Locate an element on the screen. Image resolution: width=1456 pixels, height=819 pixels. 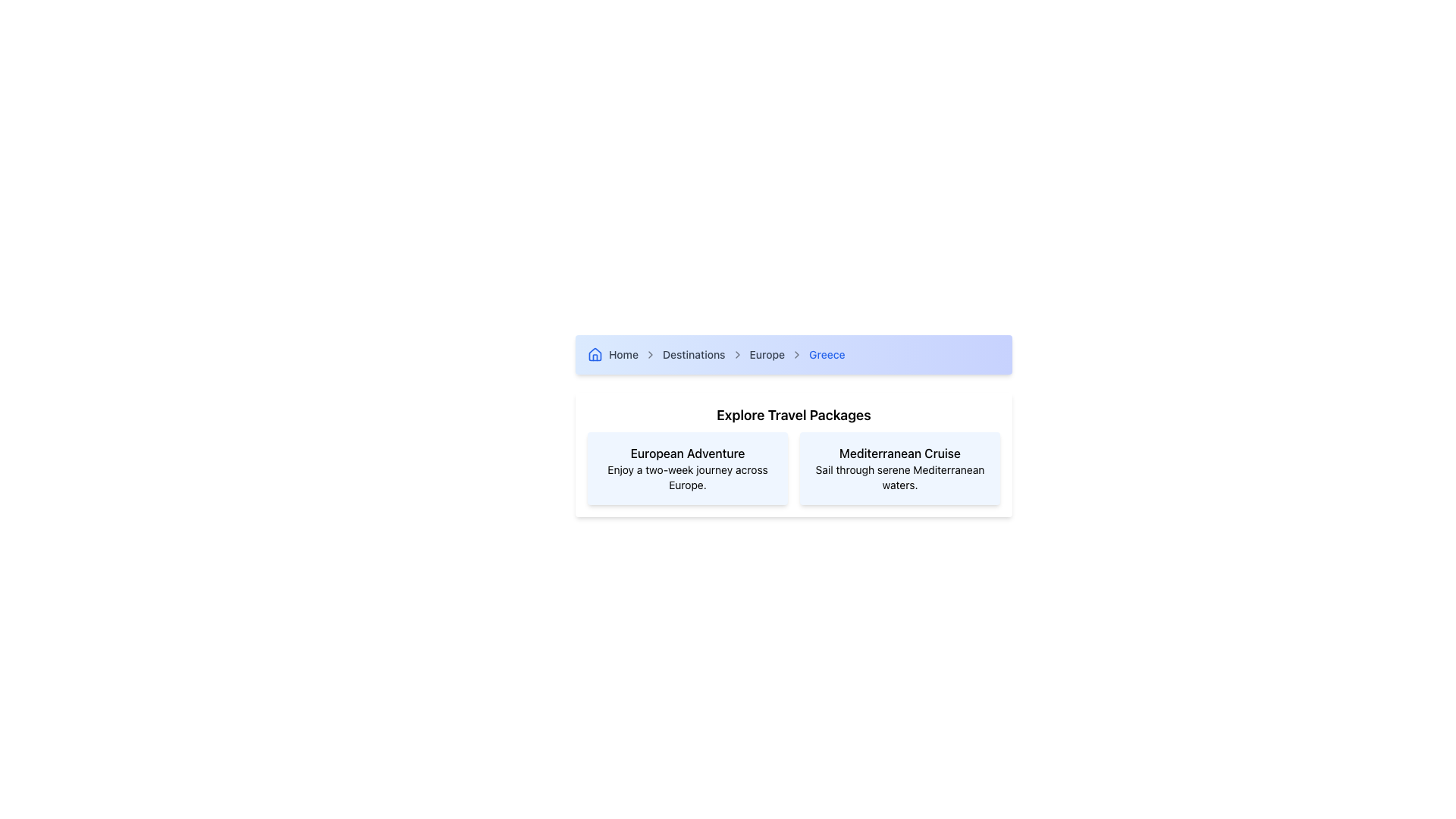
the 'Destinations' text label in the breadcrumb navigation to observe any visual effect is located at coordinates (693, 354).